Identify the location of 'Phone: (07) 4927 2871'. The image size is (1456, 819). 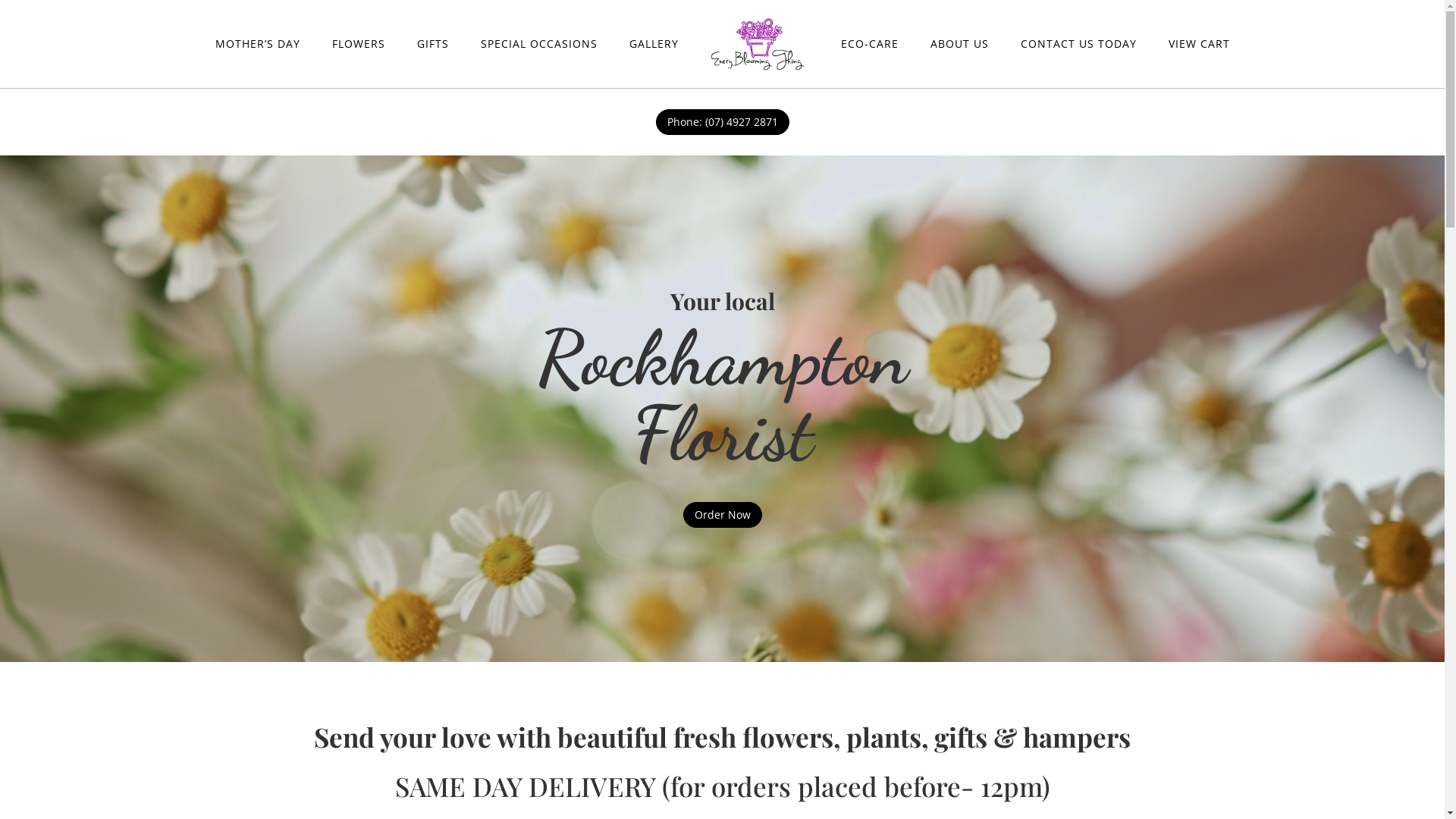
(655, 121).